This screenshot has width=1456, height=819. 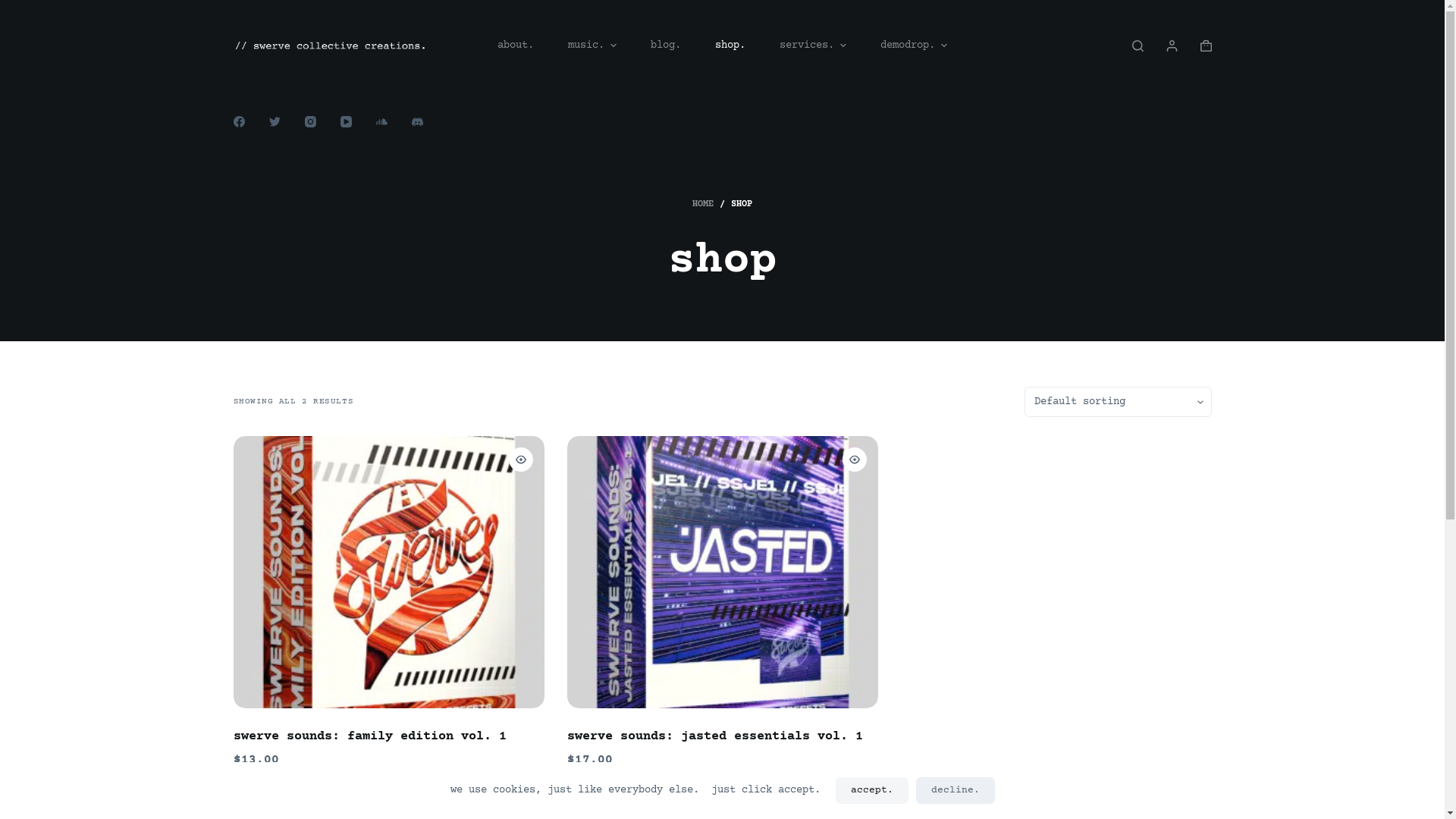 I want to click on 'HOME', so click(x=701, y=205).